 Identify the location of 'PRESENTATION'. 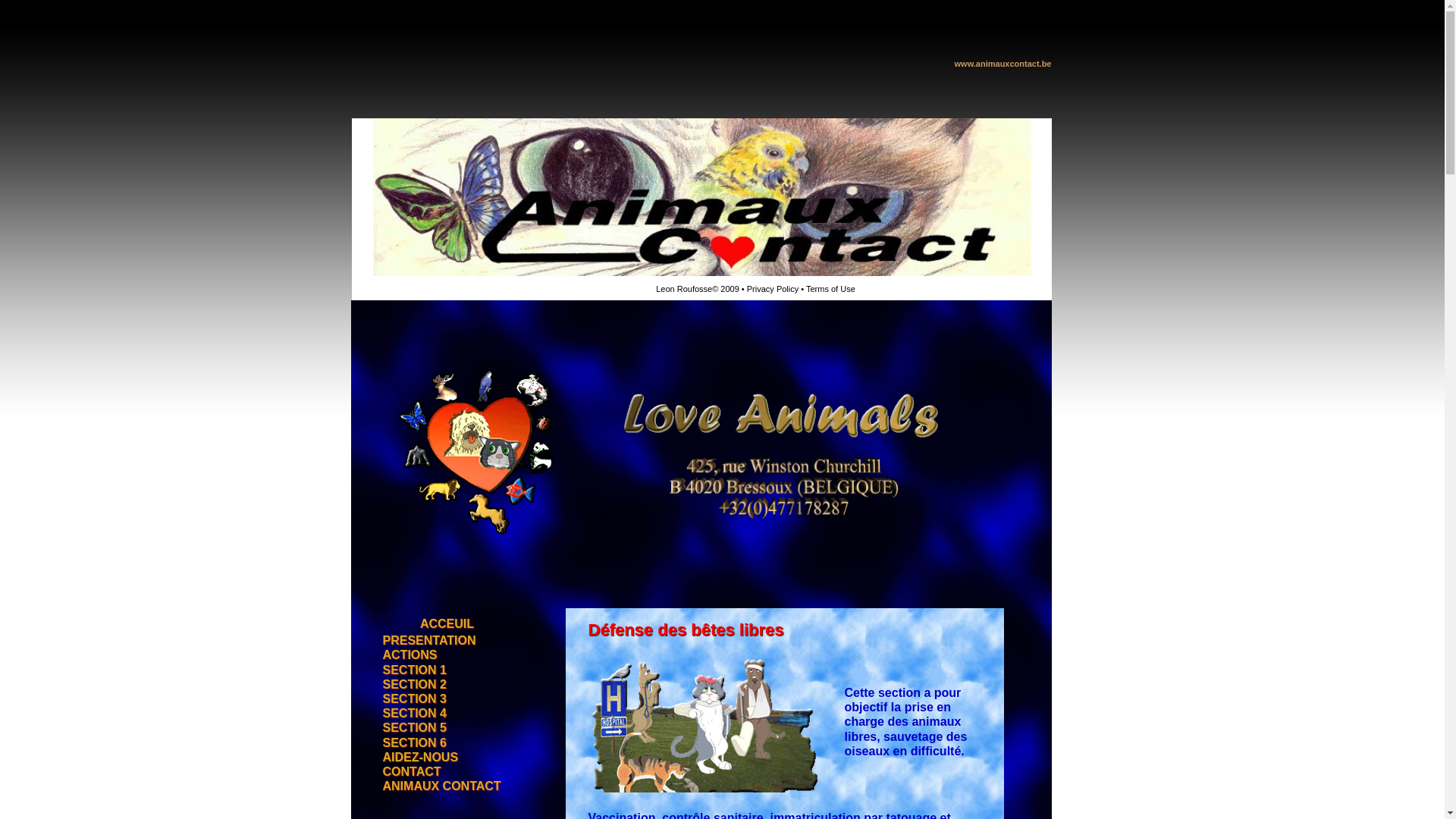
(428, 641).